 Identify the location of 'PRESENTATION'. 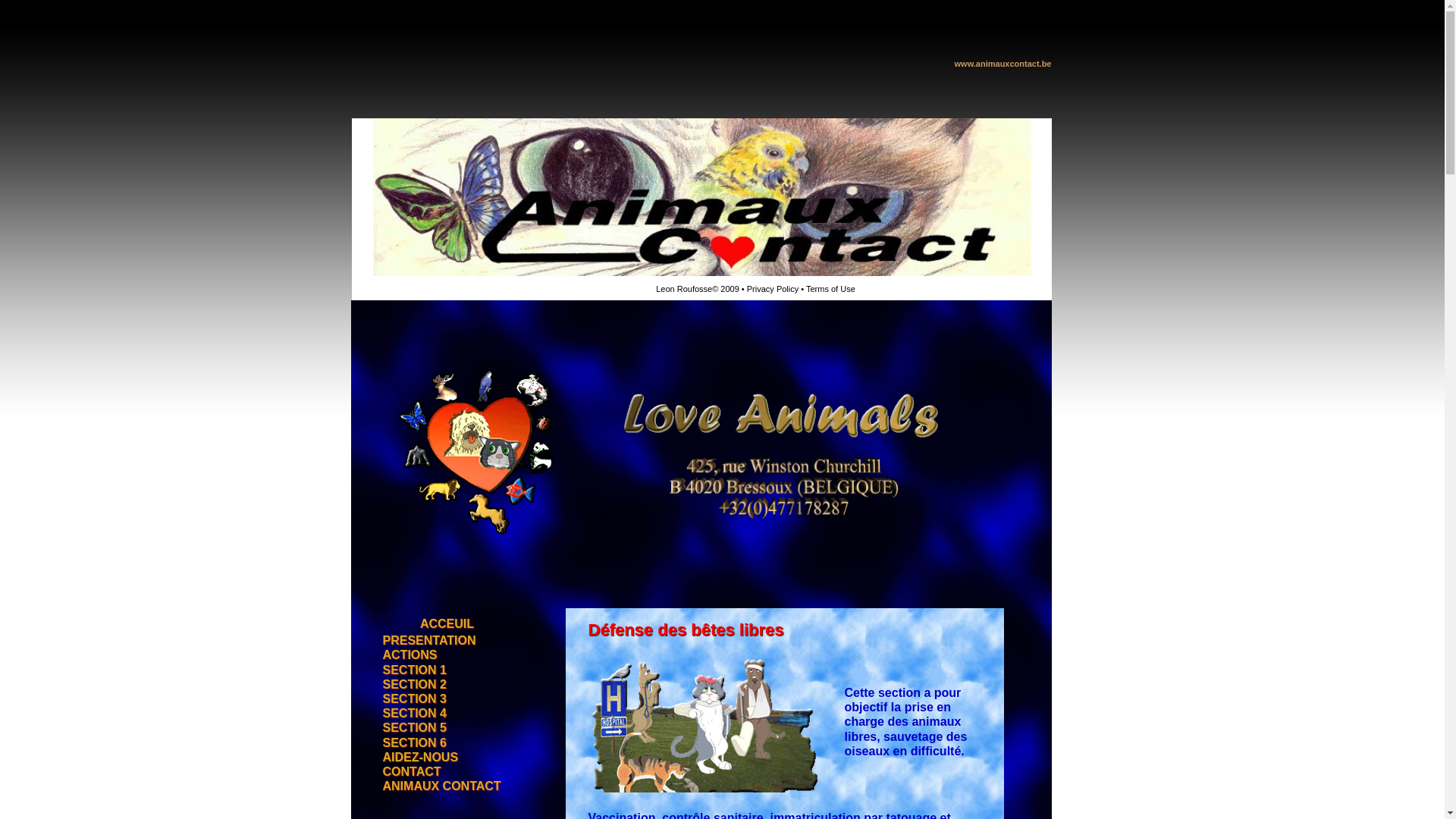
(428, 641).